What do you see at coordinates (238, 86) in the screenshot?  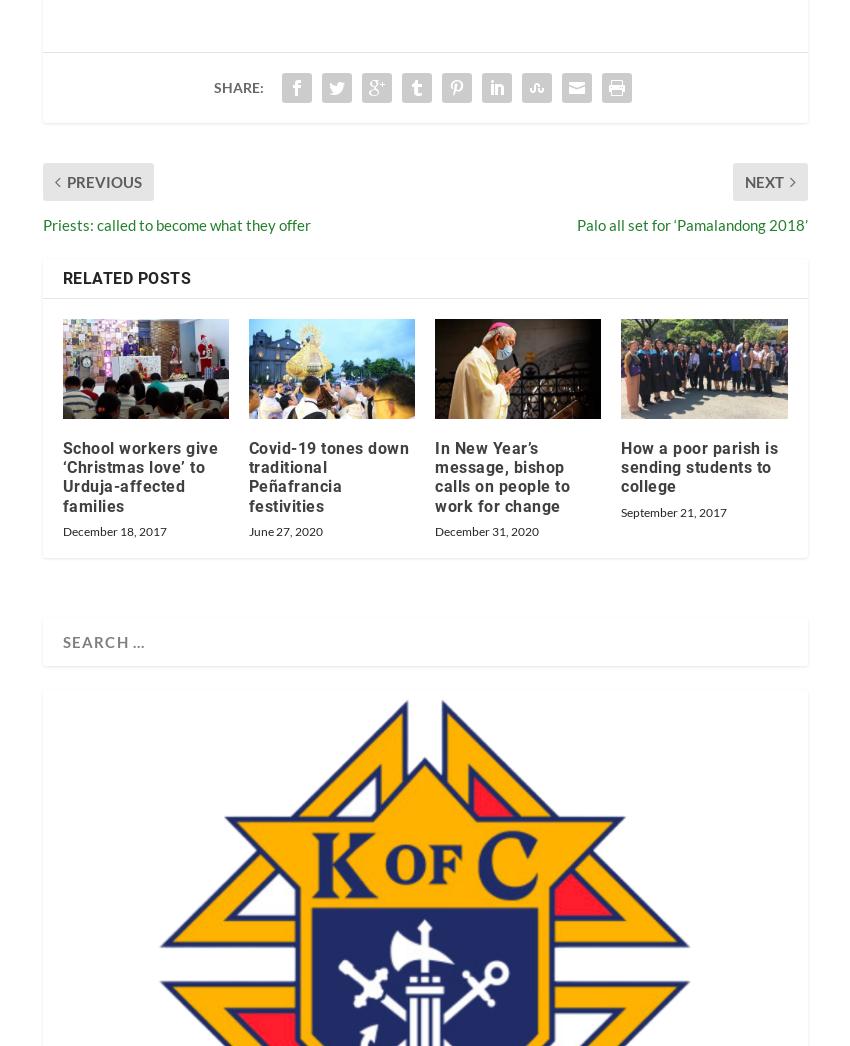 I see `'Share:'` at bounding box center [238, 86].